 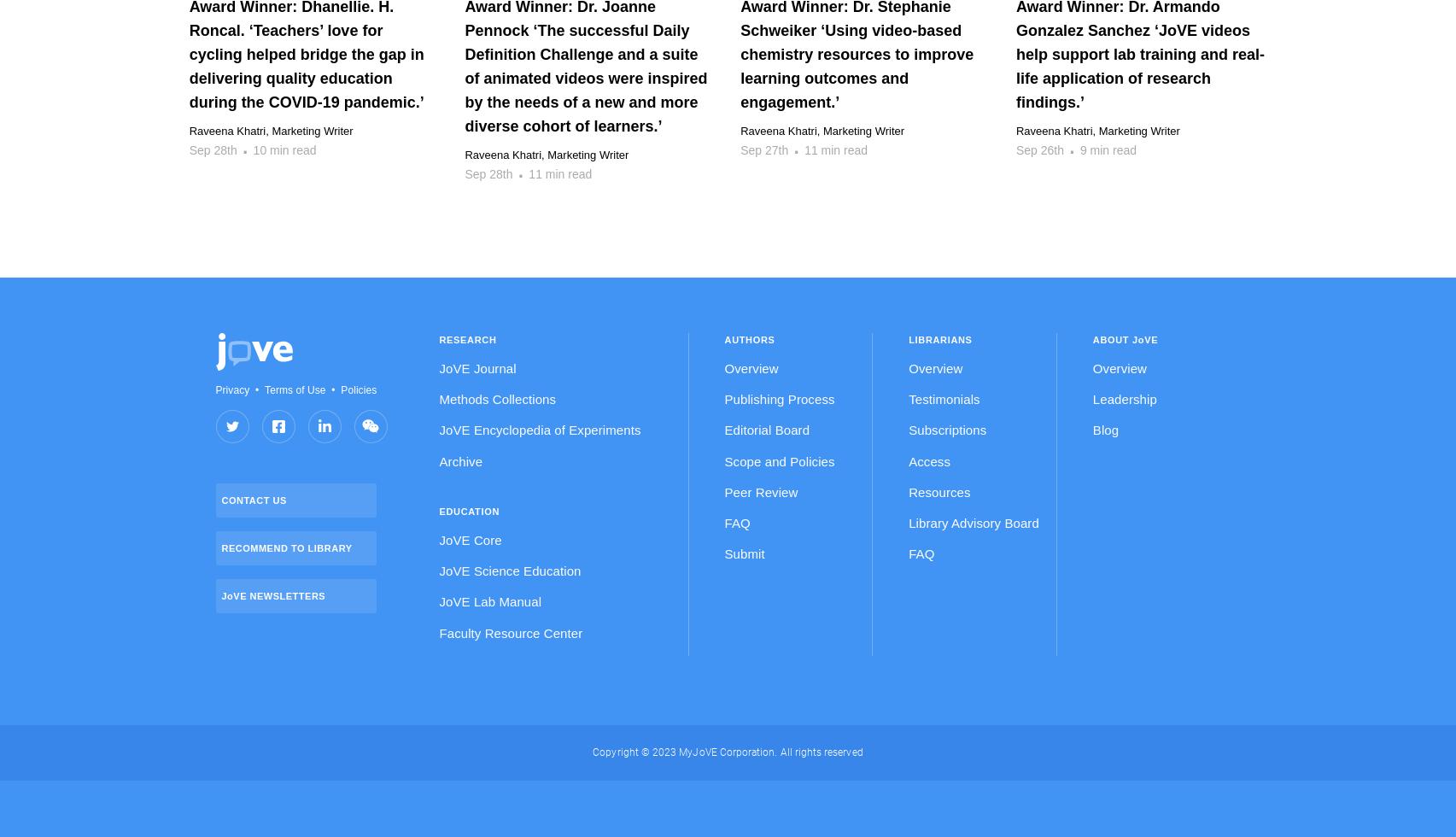 What do you see at coordinates (490, 601) in the screenshot?
I see `'JoVE Lab Manual'` at bounding box center [490, 601].